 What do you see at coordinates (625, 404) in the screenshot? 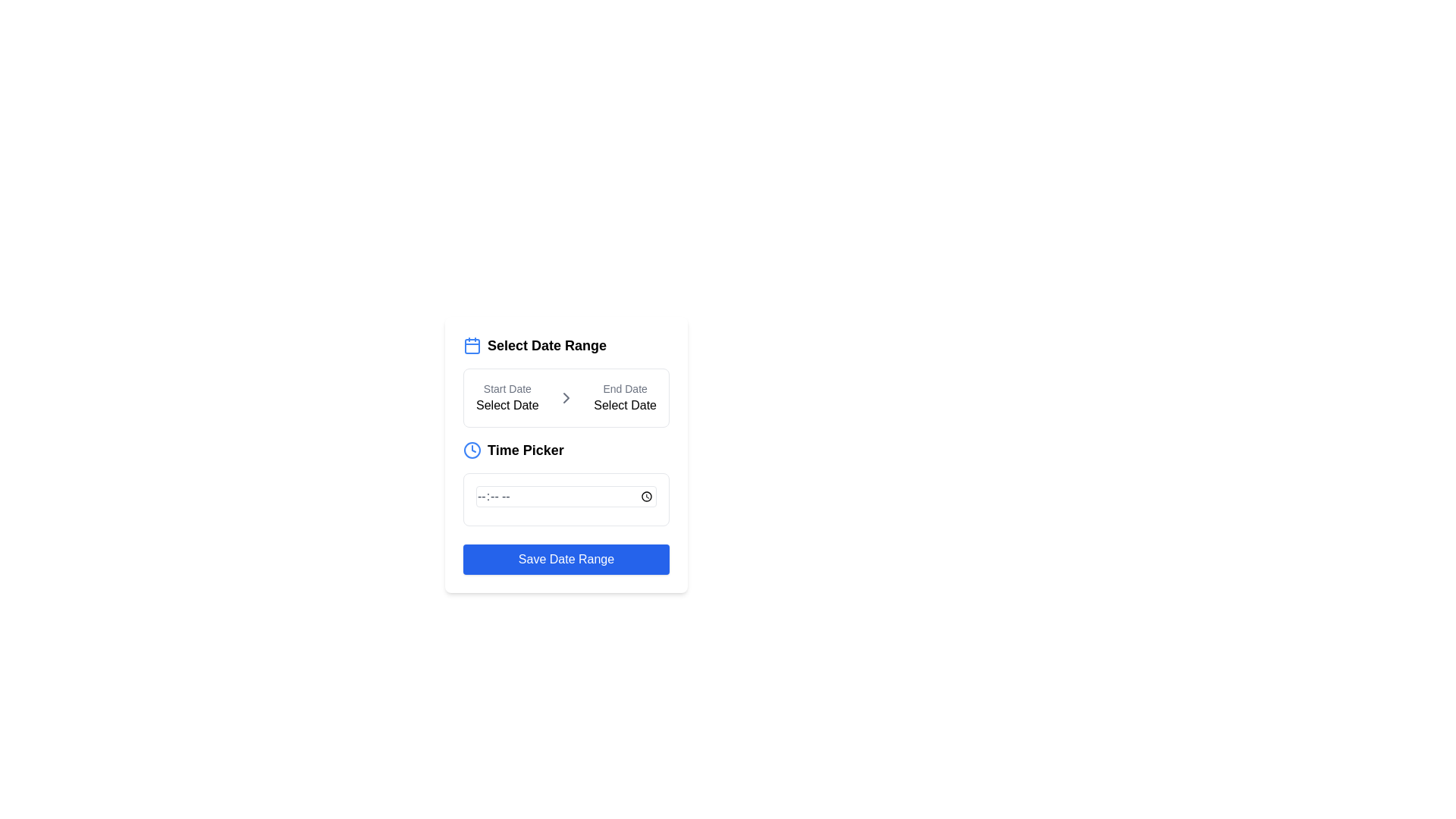
I see `text displayed in the Text Display element located under the 'End Date' label on the right side of the date selection form` at bounding box center [625, 404].